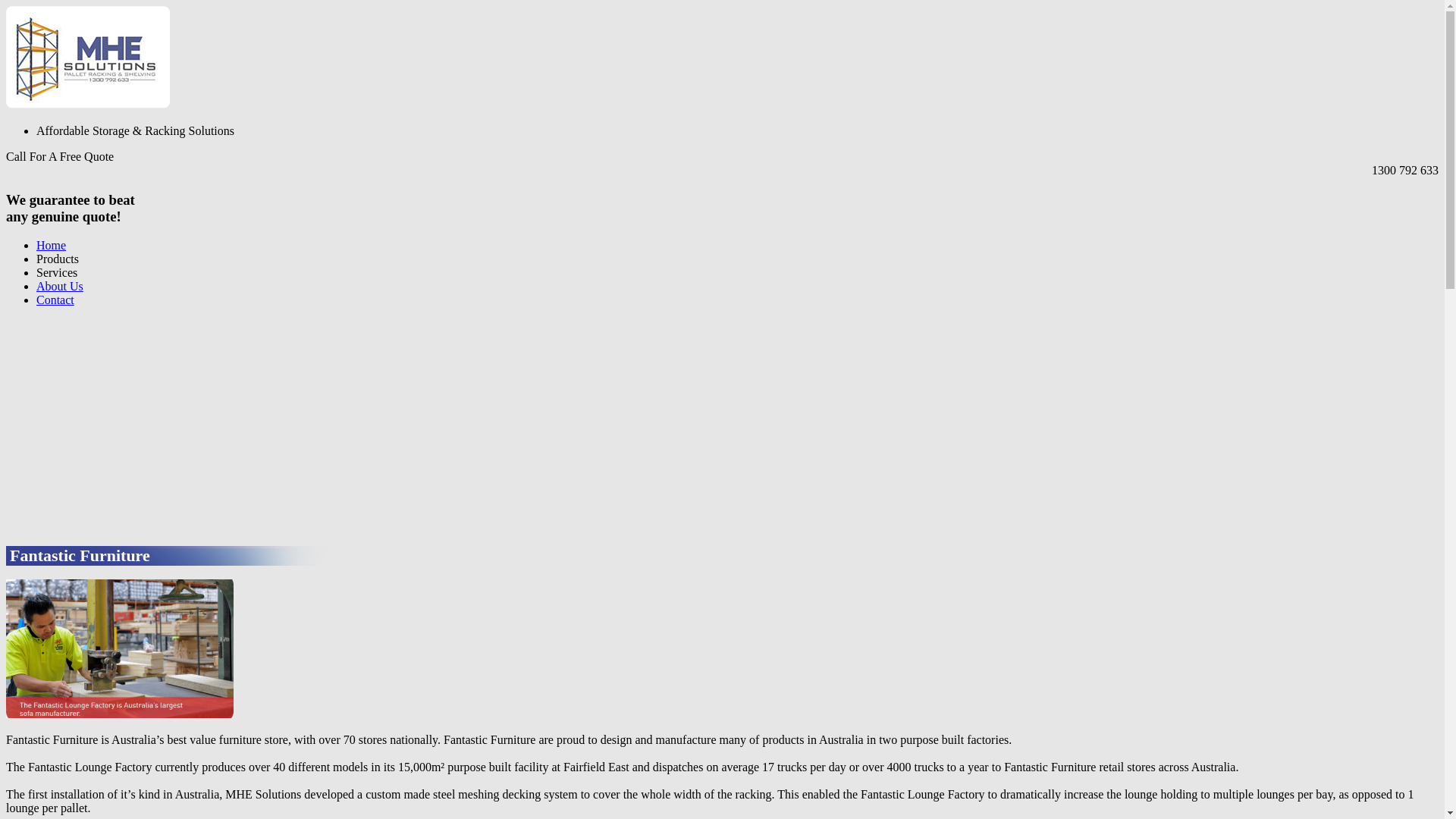  Describe the element at coordinates (36, 271) in the screenshot. I see `'Services'` at that location.